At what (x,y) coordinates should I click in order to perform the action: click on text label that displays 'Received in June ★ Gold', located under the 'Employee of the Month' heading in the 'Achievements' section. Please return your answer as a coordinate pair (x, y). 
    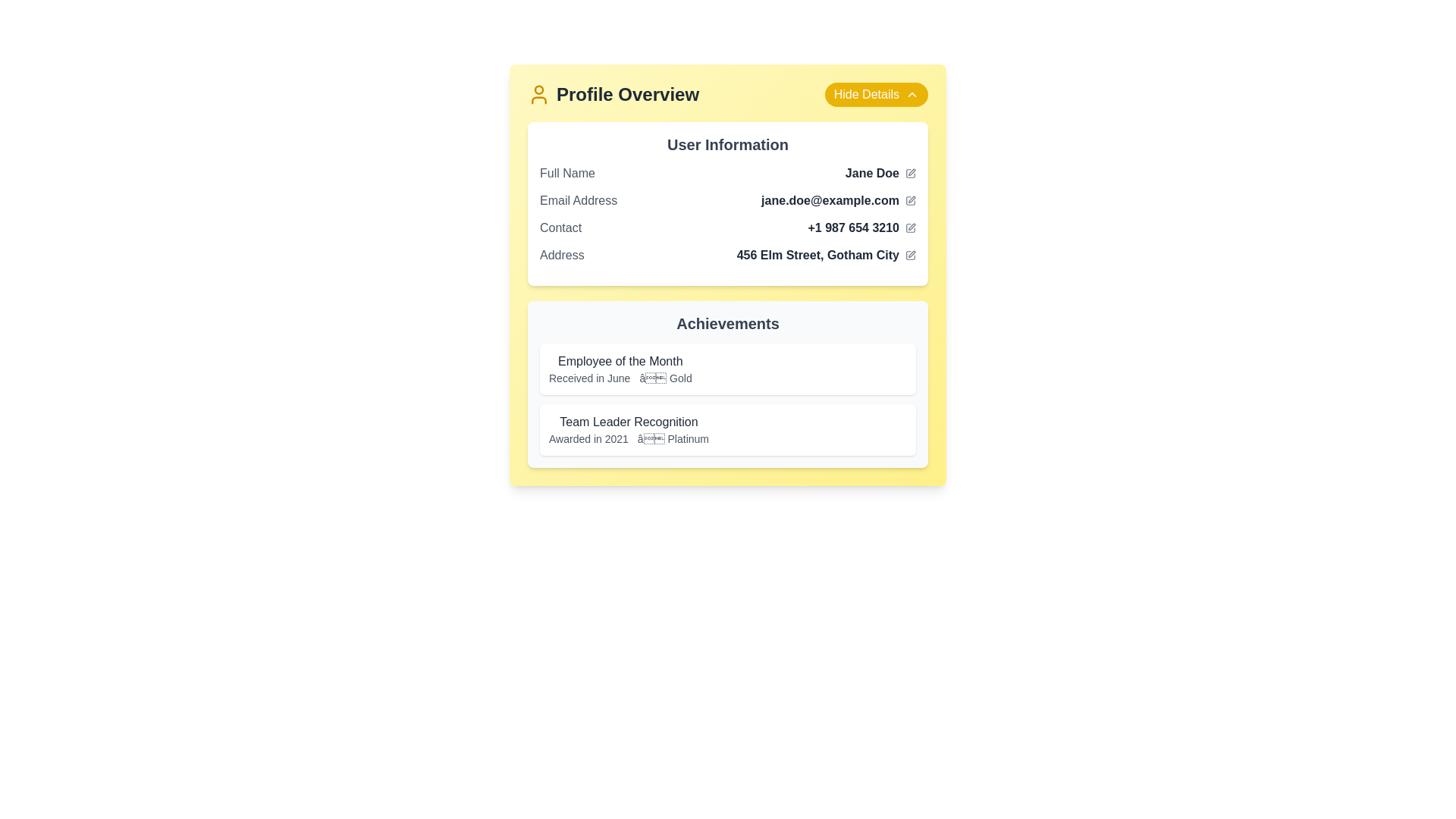
    Looking at the image, I should click on (620, 377).